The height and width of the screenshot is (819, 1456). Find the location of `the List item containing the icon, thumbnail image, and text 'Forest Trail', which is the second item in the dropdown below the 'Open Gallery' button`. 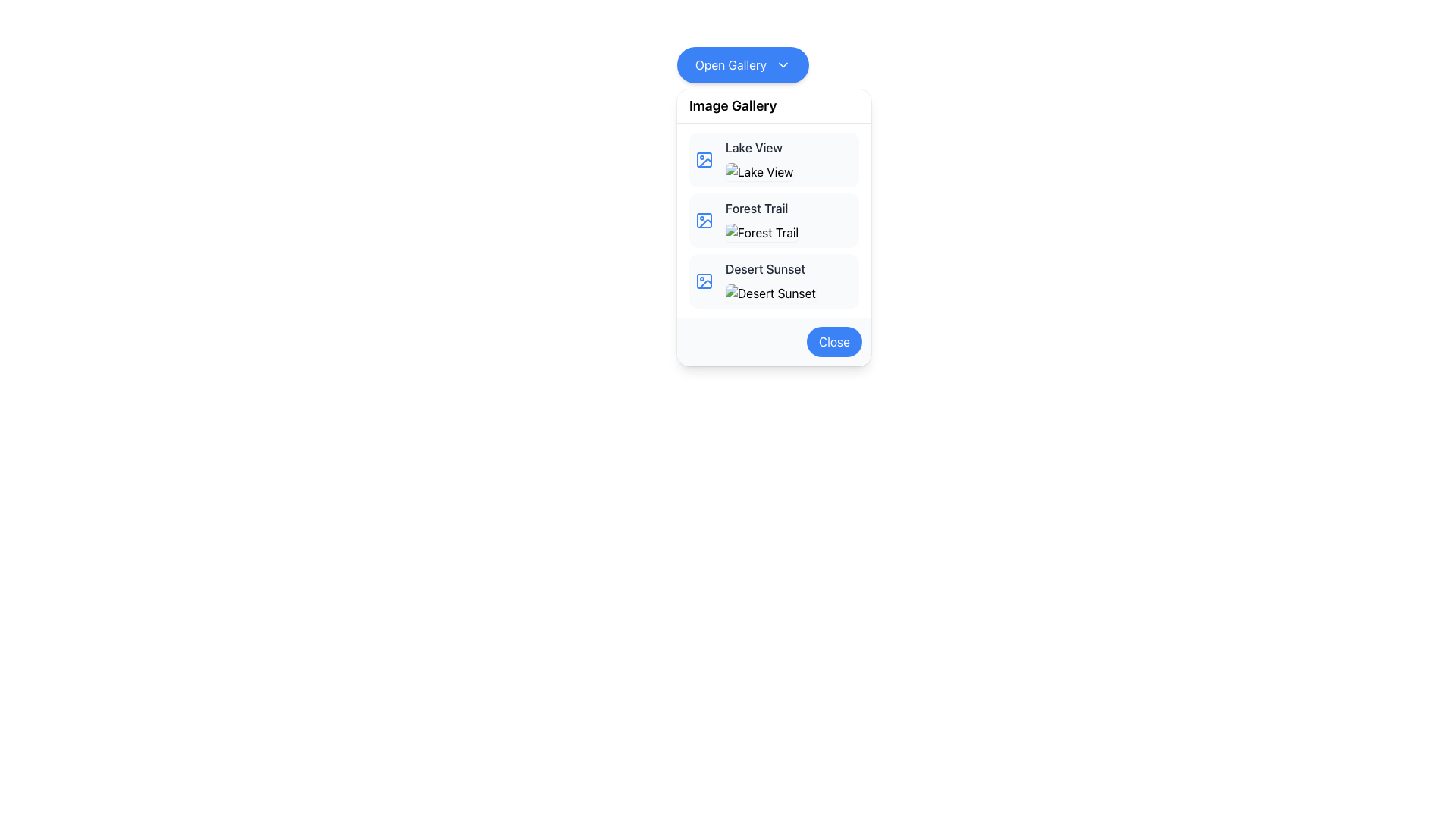

the List item containing the icon, thumbnail image, and text 'Forest Trail', which is the second item in the dropdown below the 'Open Gallery' button is located at coordinates (773, 227).